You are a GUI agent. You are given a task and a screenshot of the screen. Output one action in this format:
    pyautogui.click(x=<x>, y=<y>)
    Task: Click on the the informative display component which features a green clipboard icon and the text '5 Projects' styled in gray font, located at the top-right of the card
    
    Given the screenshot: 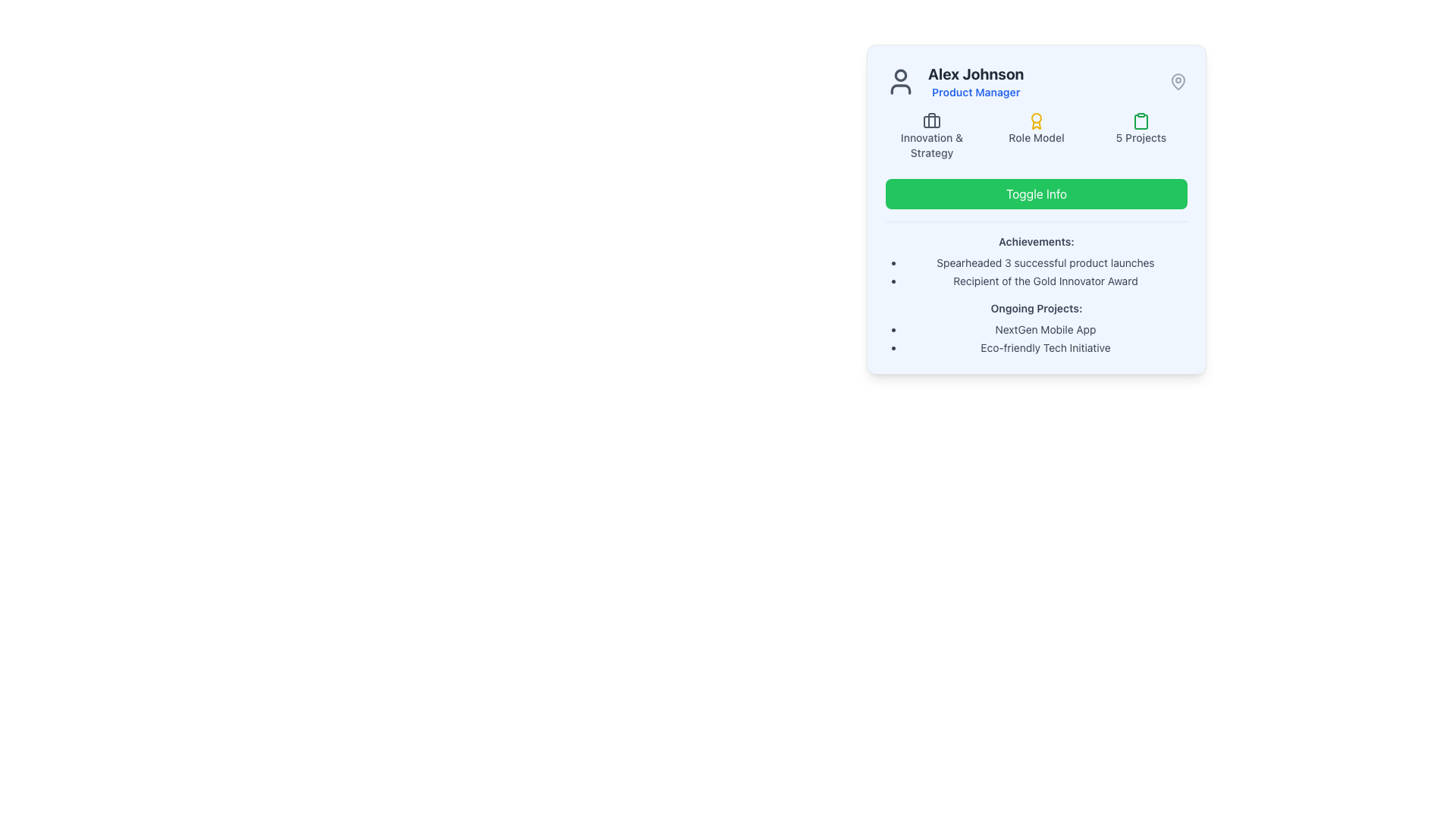 What is the action you would take?
    pyautogui.click(x=1141, y=136)
    